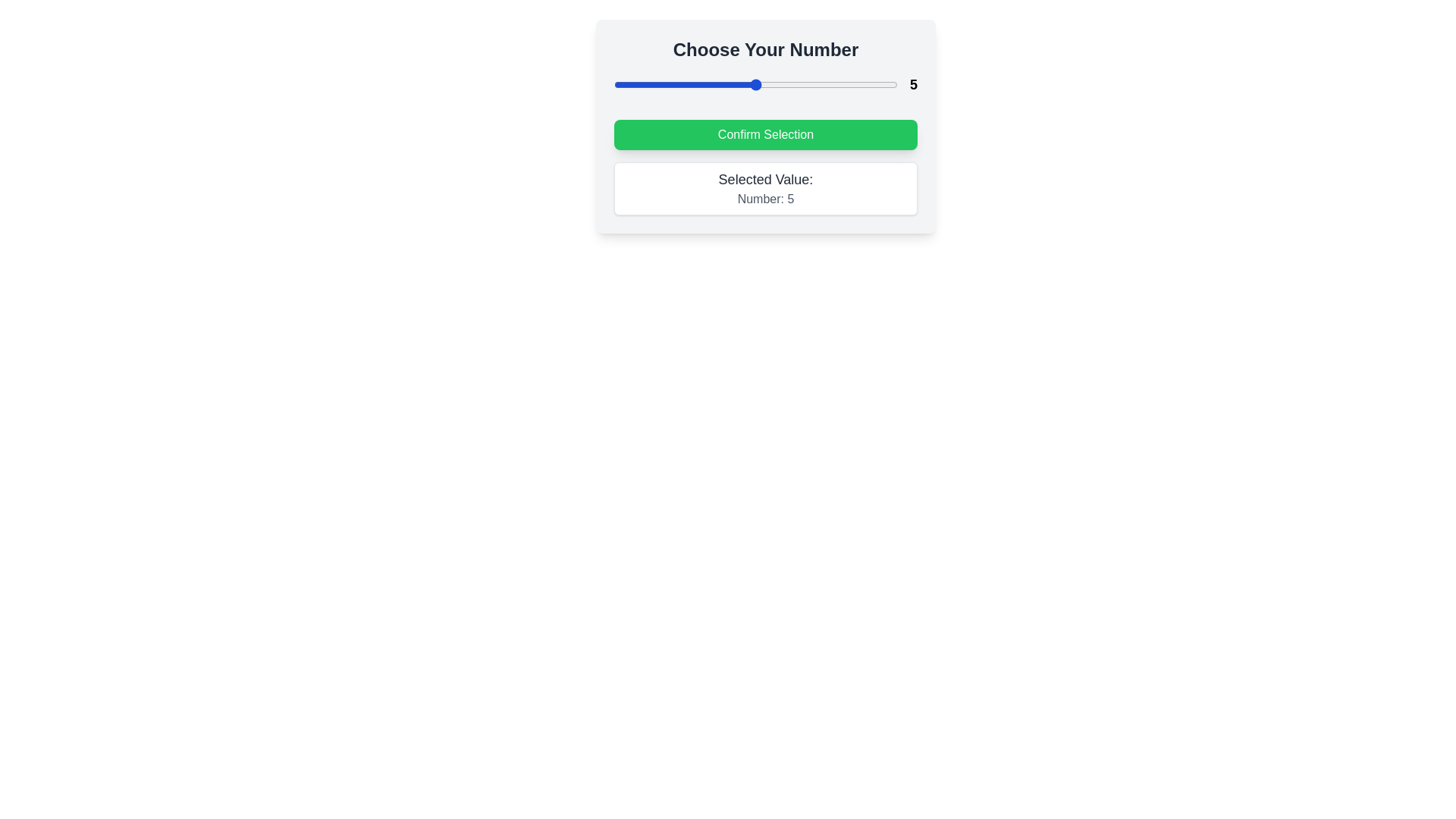 Image resolution: width=1456 pixels, height=819 pixels. Describe the element at coordinates (912, 84) in the screenshot. I see `the numeric label displaying '5'` at that location.